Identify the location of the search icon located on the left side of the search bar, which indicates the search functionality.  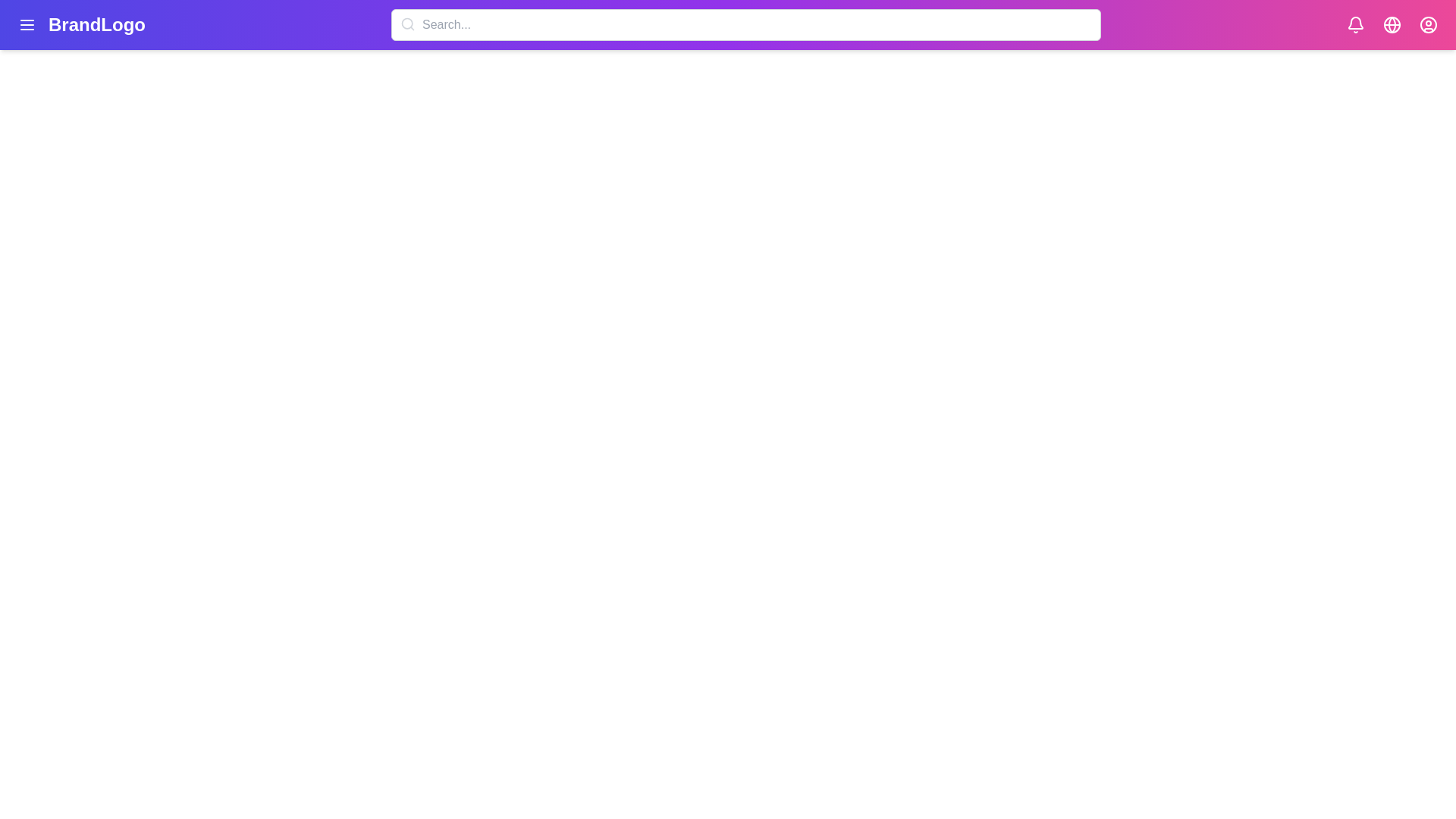
(407, 24).